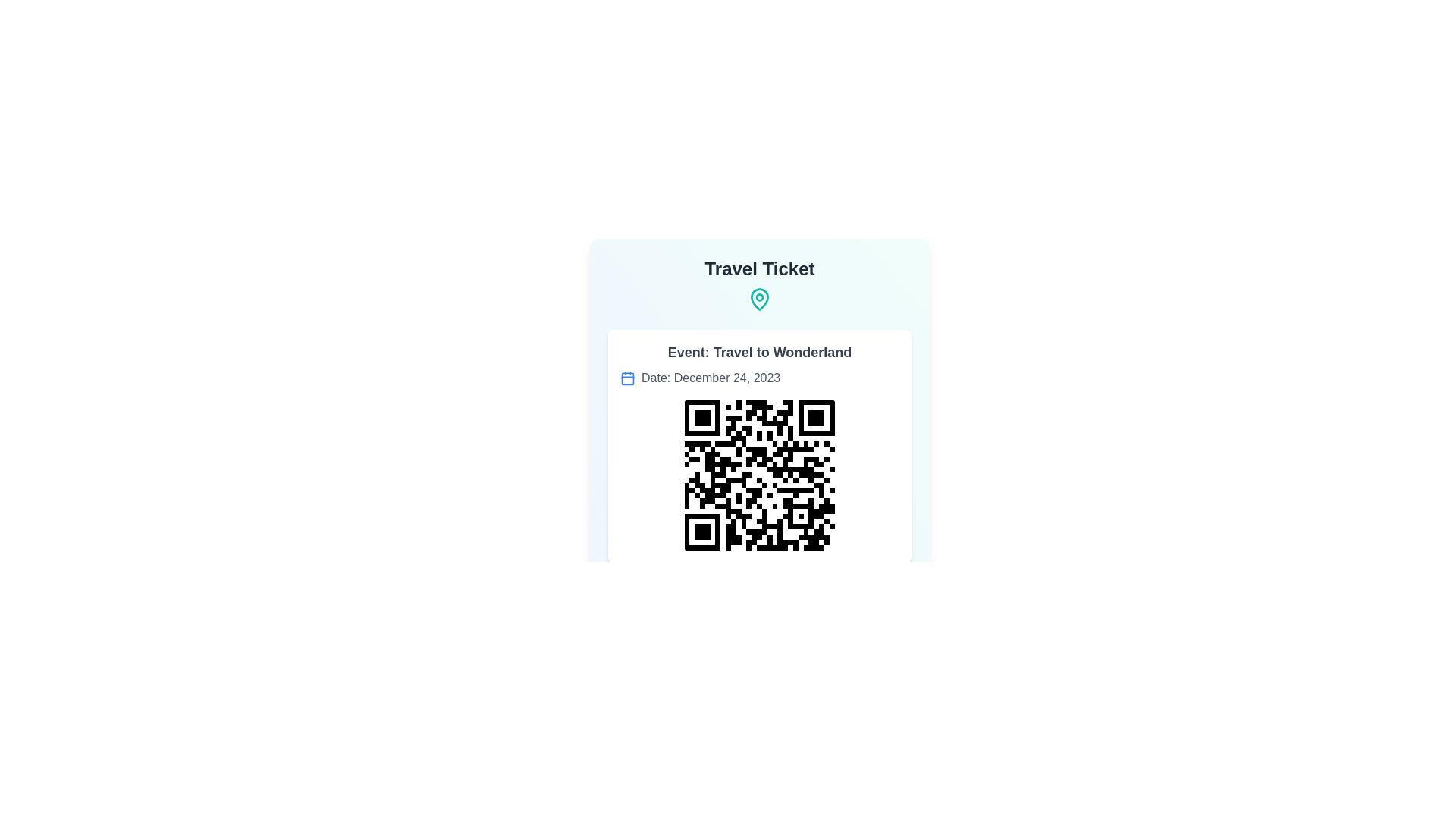 The height and width of the screenshot is (819, 1456). I want to click on the Text label displaying the date of the event, located below the 'Event: Travel to Wonderland' heading and adjacent to the calendar icon, so click(710, 377).